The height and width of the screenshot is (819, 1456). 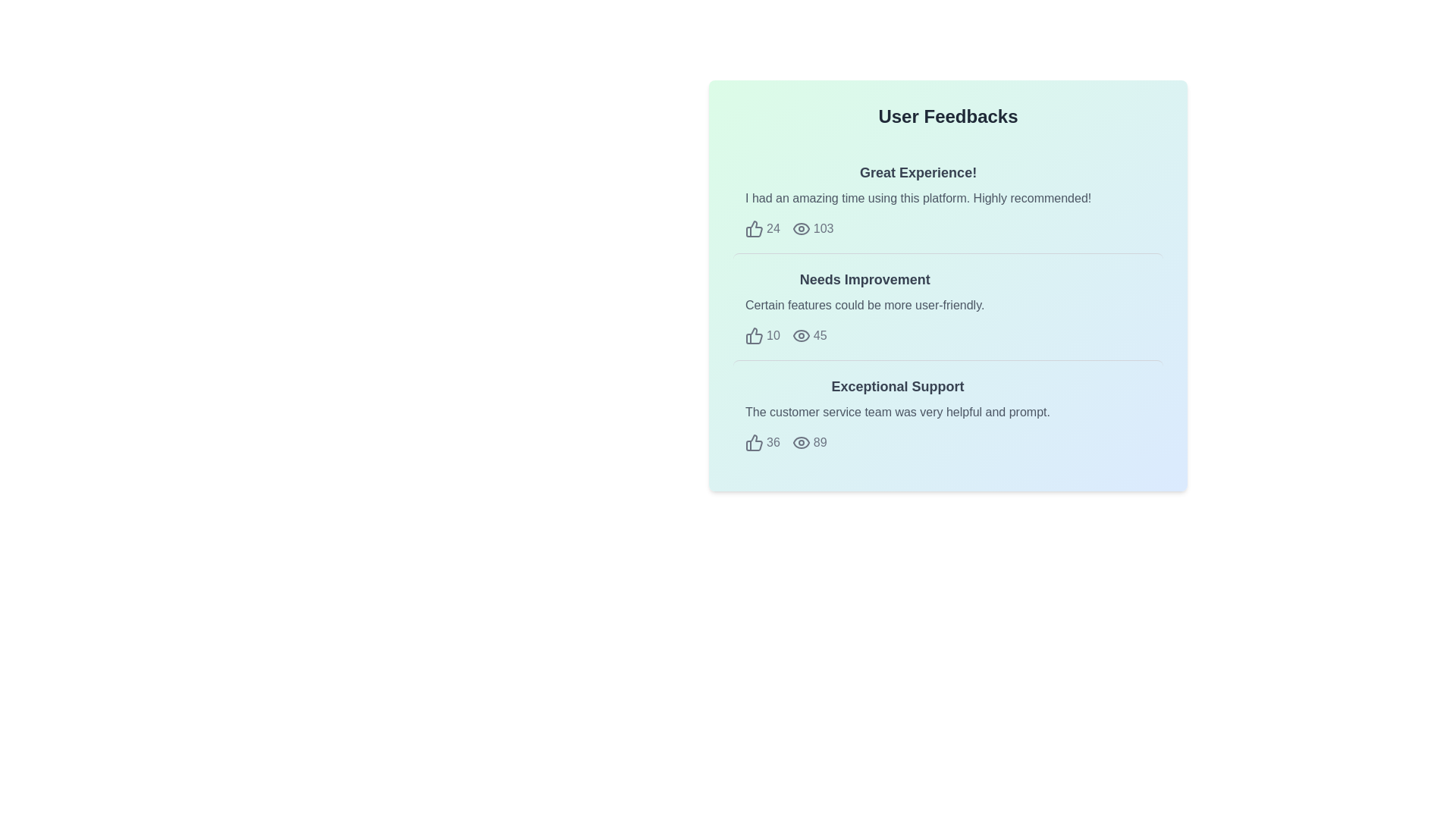 I want to click on the feedback item titled 'Exceptional Support', so click(x=947, y=413).